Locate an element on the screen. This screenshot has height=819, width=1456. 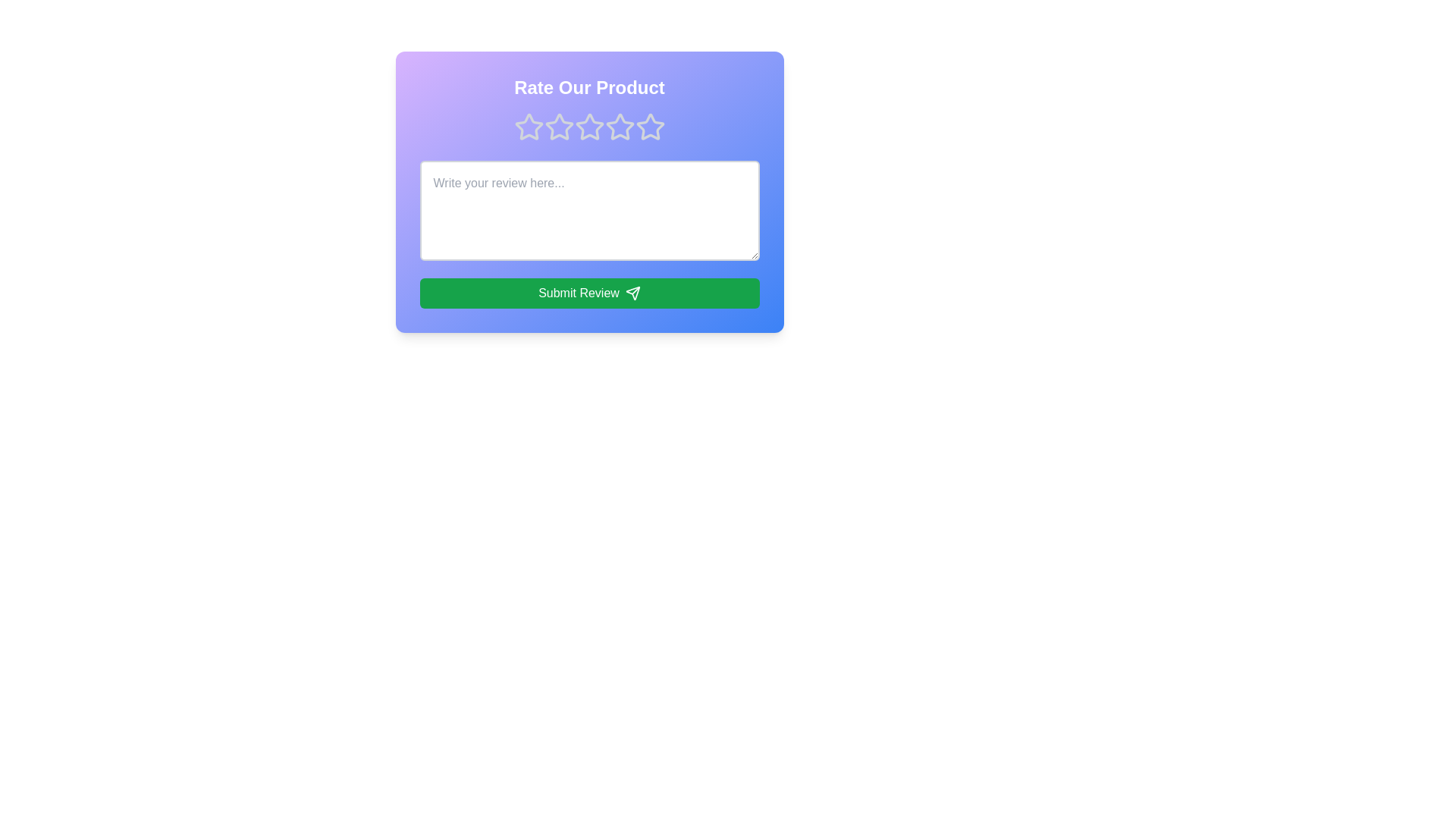
the review submission button located at the bottom of the interface section is located at coordinates (588, 293).